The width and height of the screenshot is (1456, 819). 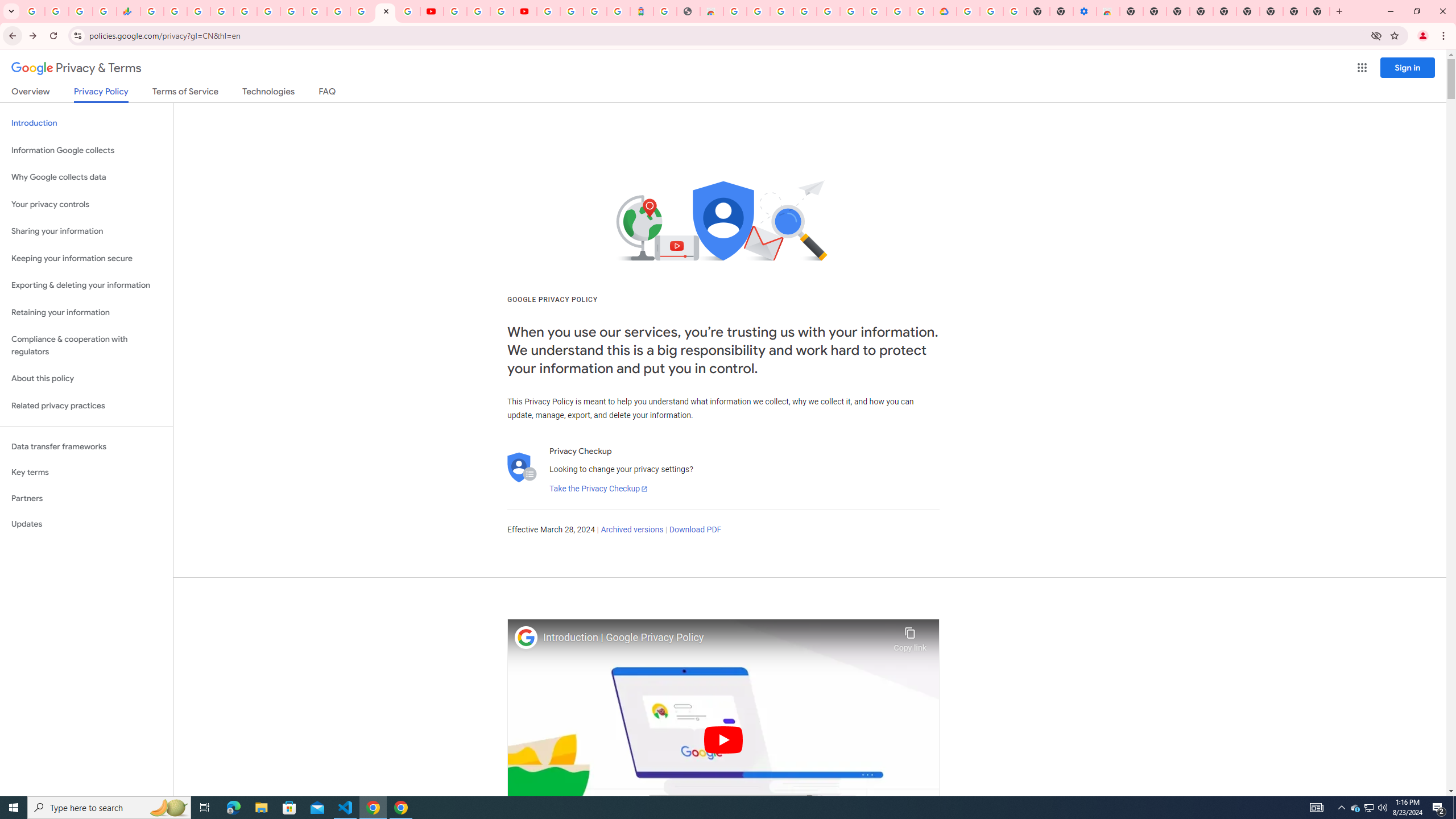 I want to click on 'Compliance & cooperation with regulators', so click(x=86, y=346).